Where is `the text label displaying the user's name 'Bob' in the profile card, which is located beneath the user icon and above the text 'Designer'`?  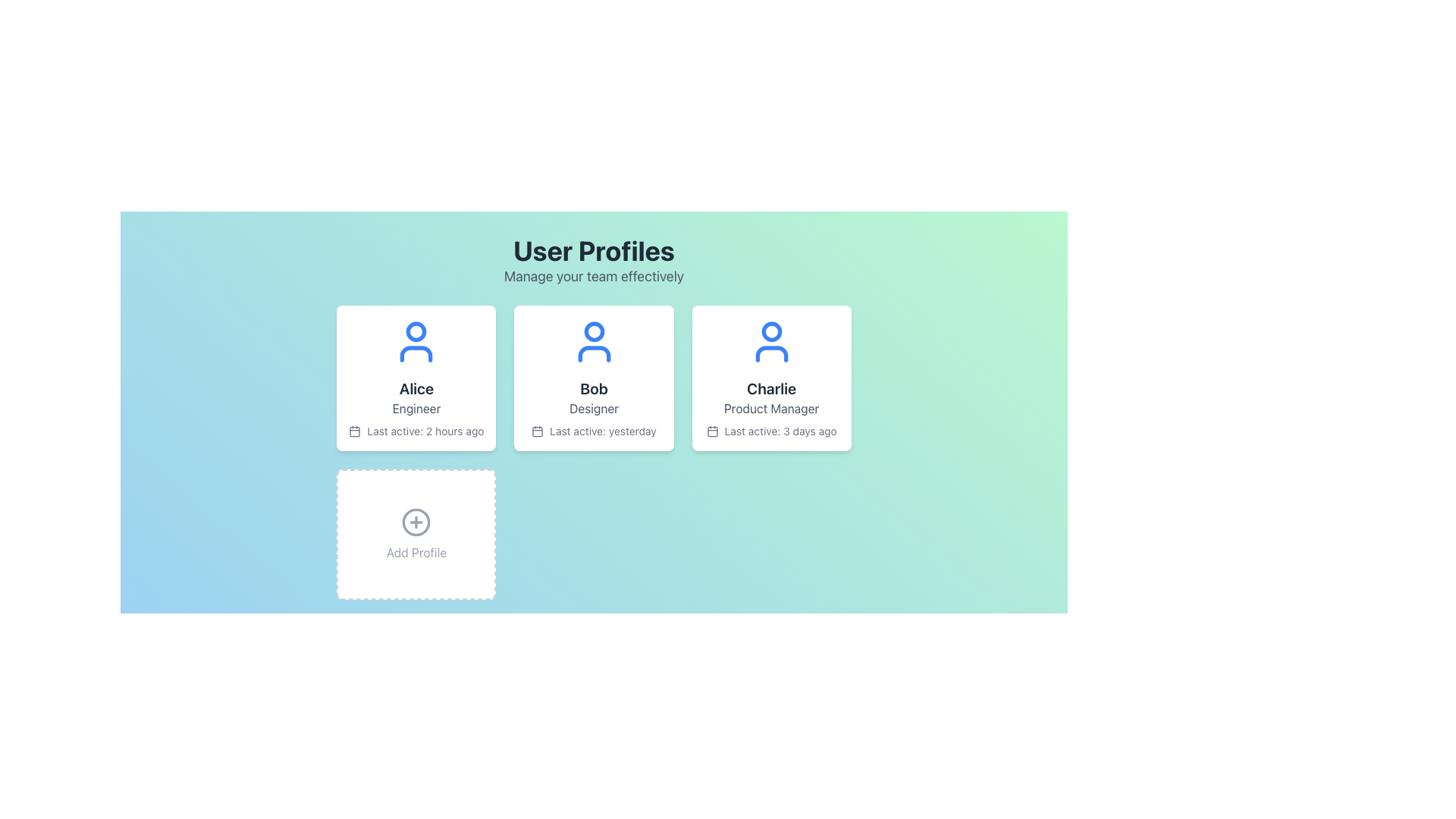 the text label displaying the user's name 'Bob' in the profile card, which is located beneath the user icon and above the text 'Designer' is located at coordinates (593, 388).